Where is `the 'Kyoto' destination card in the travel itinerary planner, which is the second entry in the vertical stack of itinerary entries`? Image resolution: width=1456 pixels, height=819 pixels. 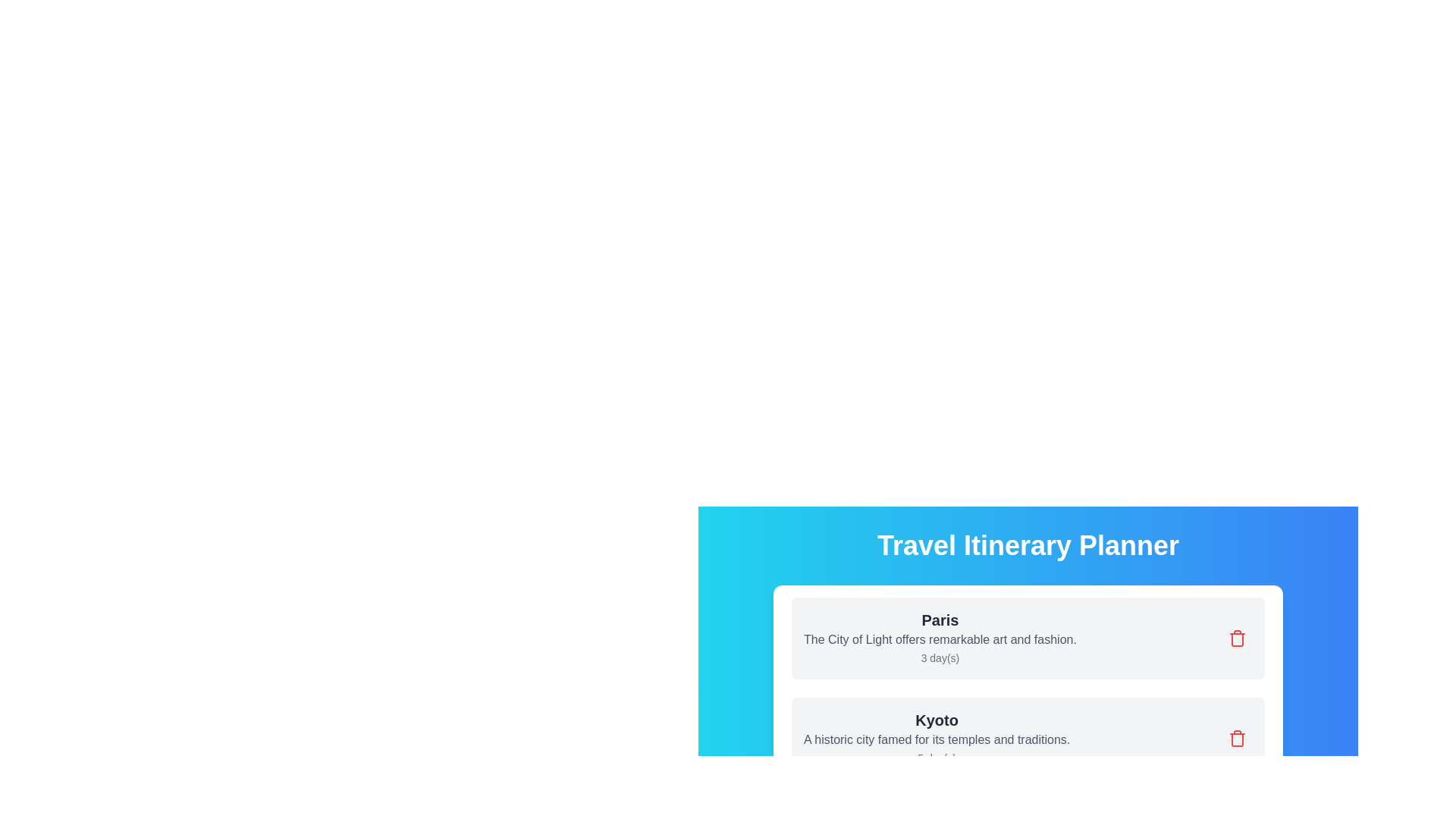
the 'Kyoto' destination card in the travel itinerary planner, which is the second entry in the vertical stack of itinerary entries is located at coordinates (1028, 738).